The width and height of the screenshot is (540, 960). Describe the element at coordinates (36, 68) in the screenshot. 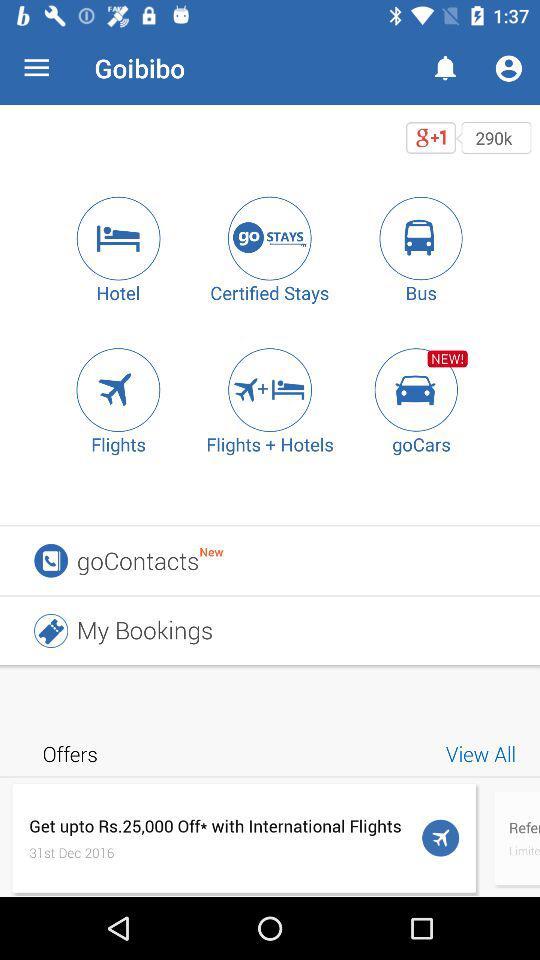

I see `item to the left of goibibo` at that location.